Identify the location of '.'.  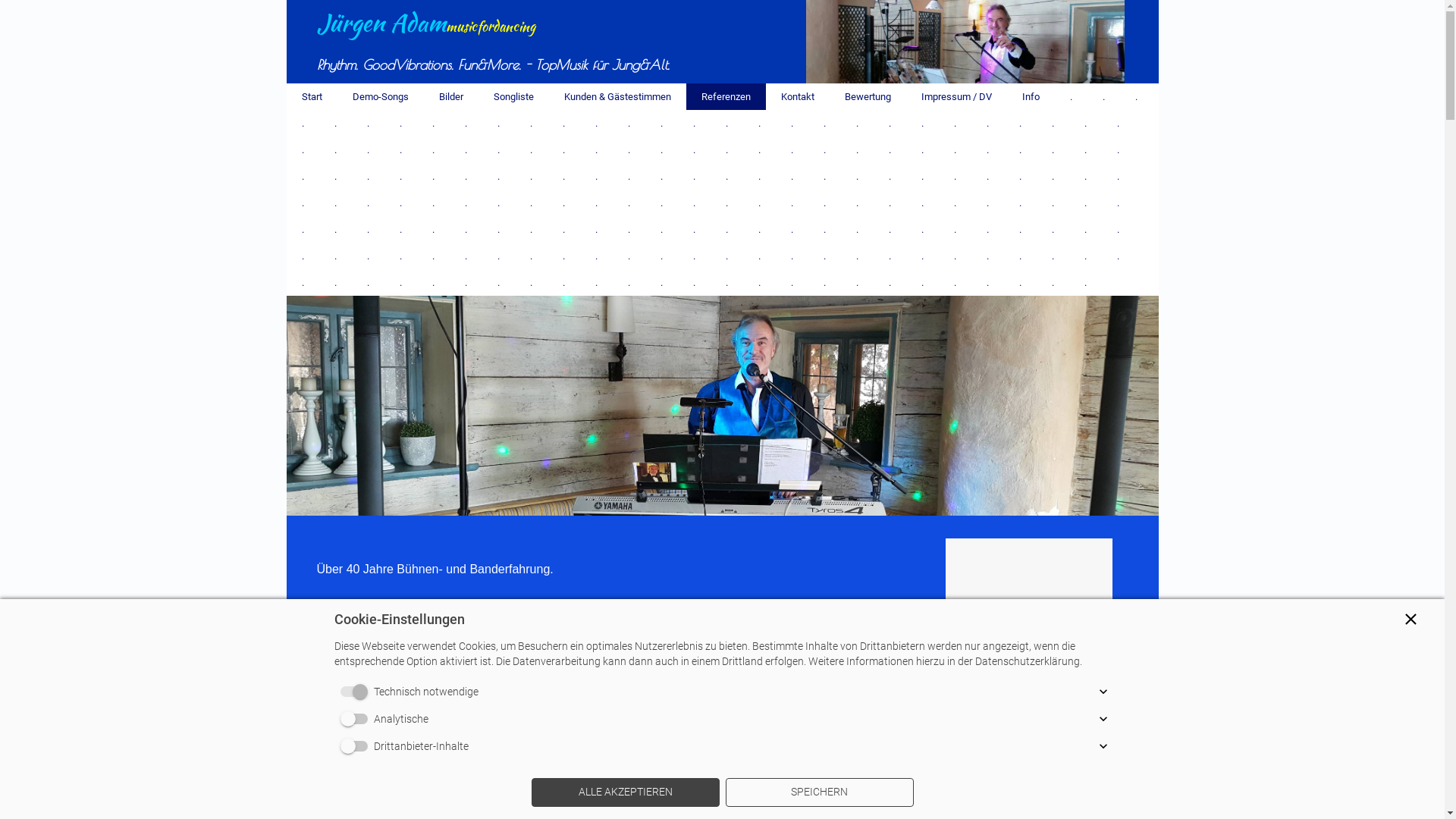
(1069, 96).